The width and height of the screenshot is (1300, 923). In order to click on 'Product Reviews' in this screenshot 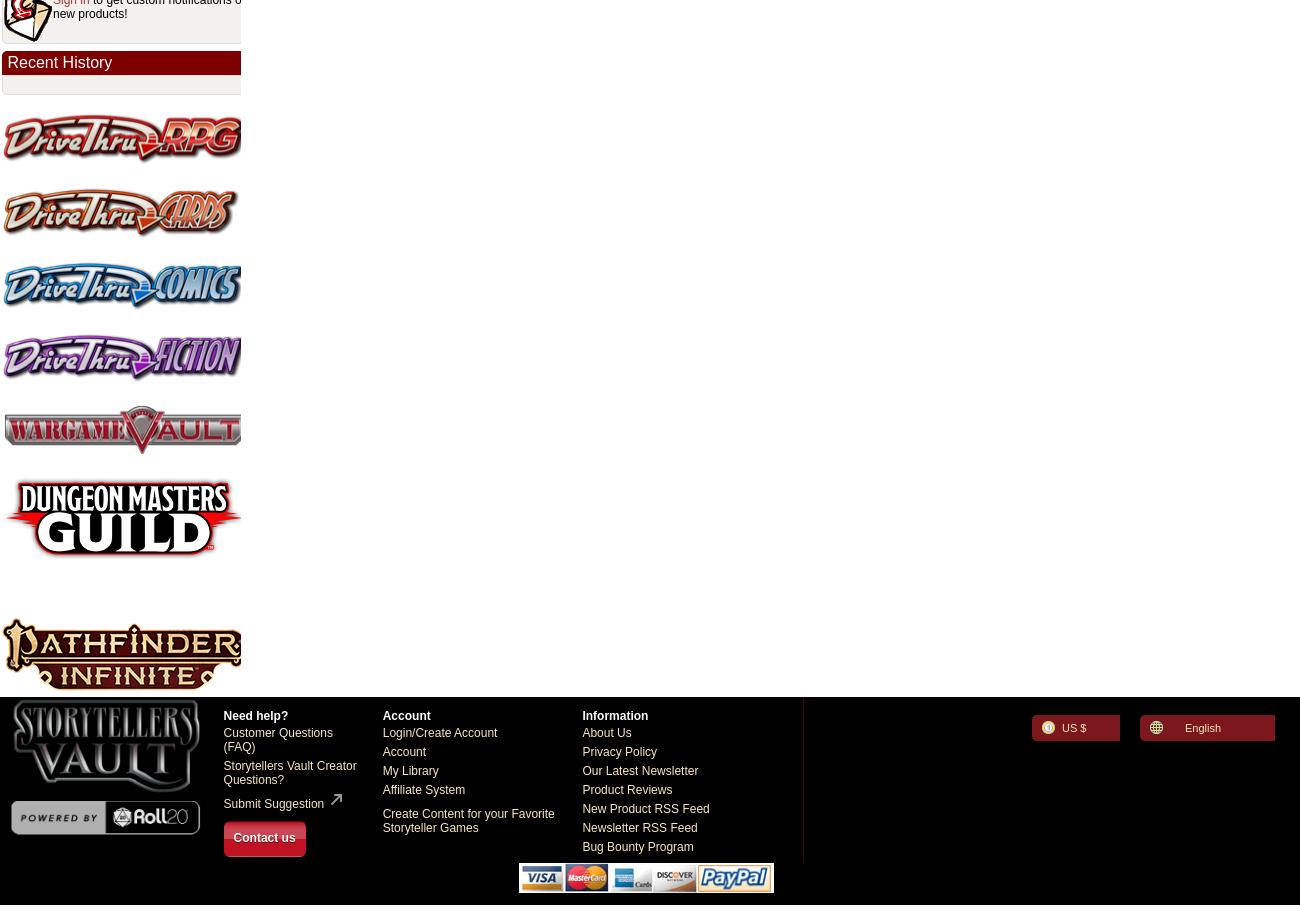, I will do `click(626, 788)`.